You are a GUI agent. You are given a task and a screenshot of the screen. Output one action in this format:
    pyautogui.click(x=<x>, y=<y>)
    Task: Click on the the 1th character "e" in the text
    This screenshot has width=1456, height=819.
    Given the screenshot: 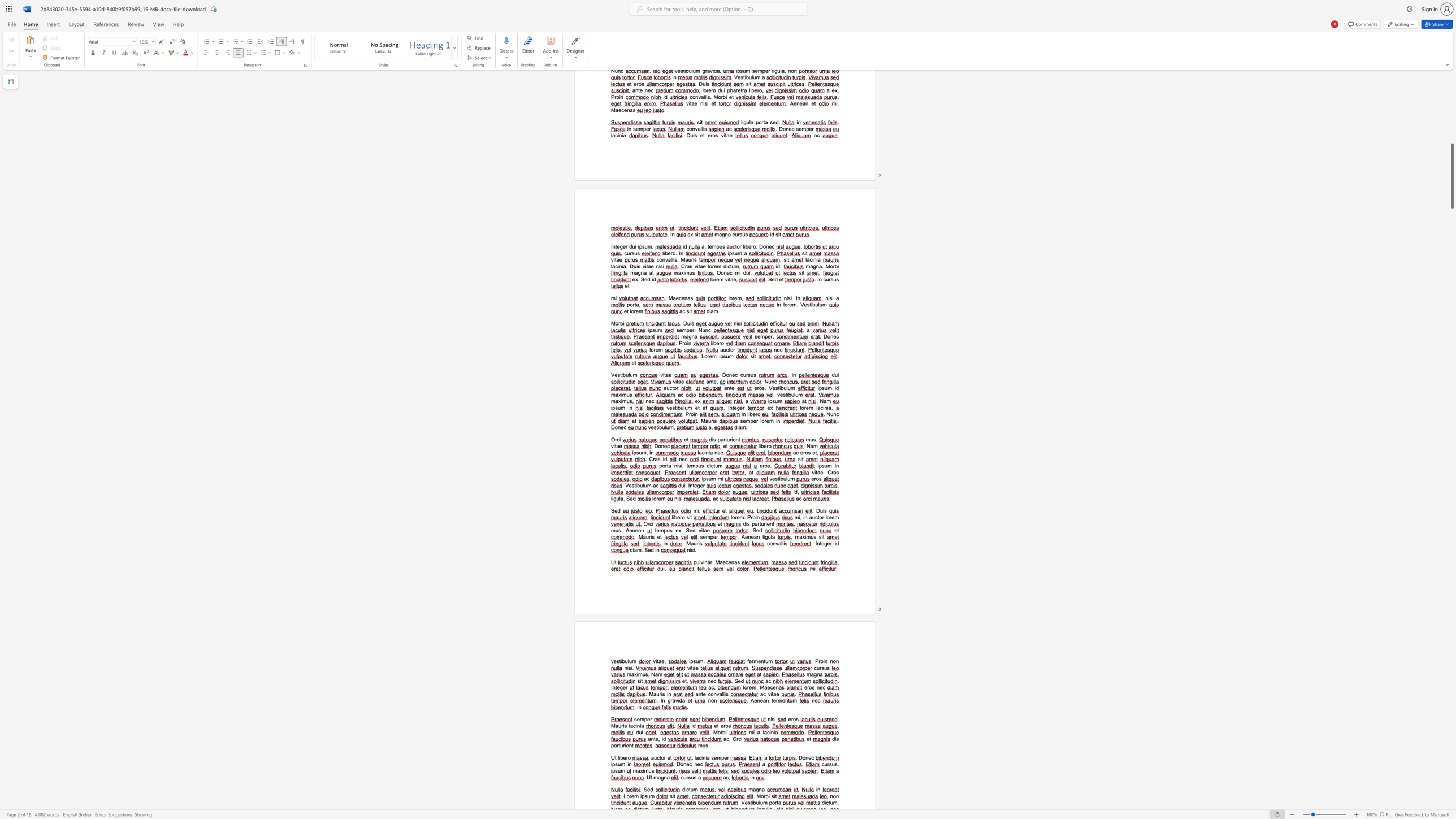 What is the action you would take?
    pyautogui.click(x=755, y=700)
    